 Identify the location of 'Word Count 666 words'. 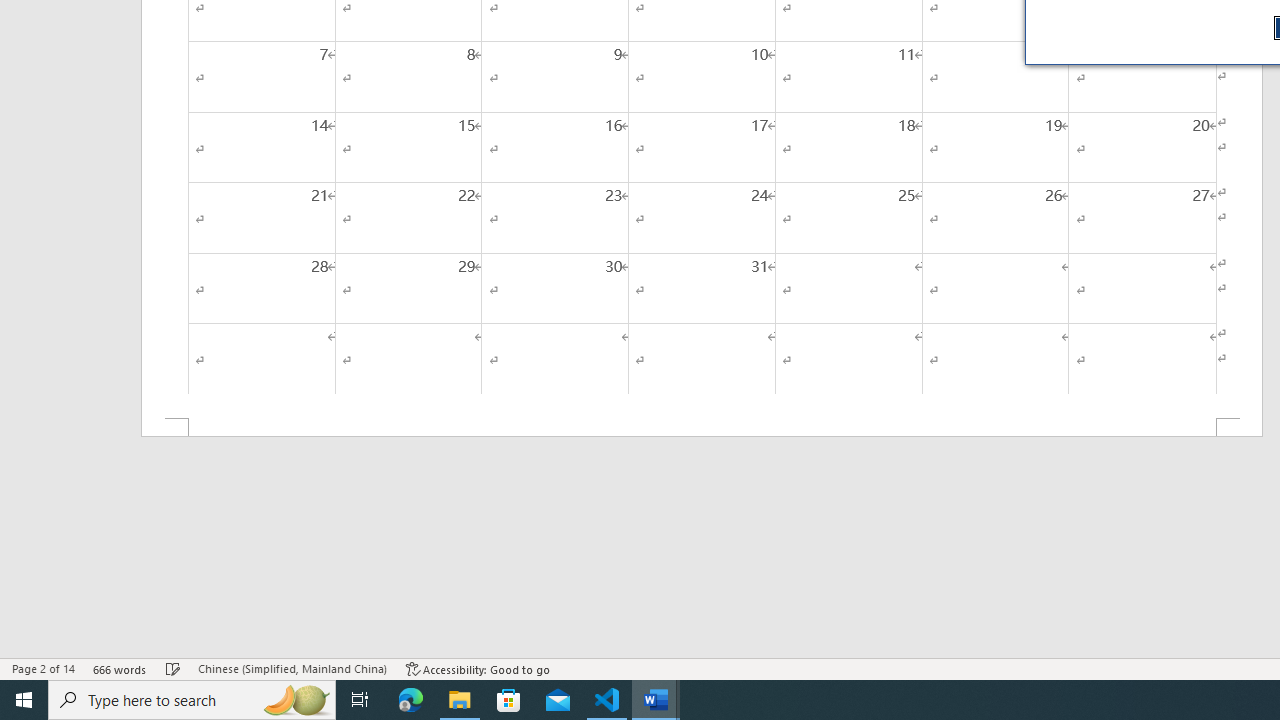
(119, 669).